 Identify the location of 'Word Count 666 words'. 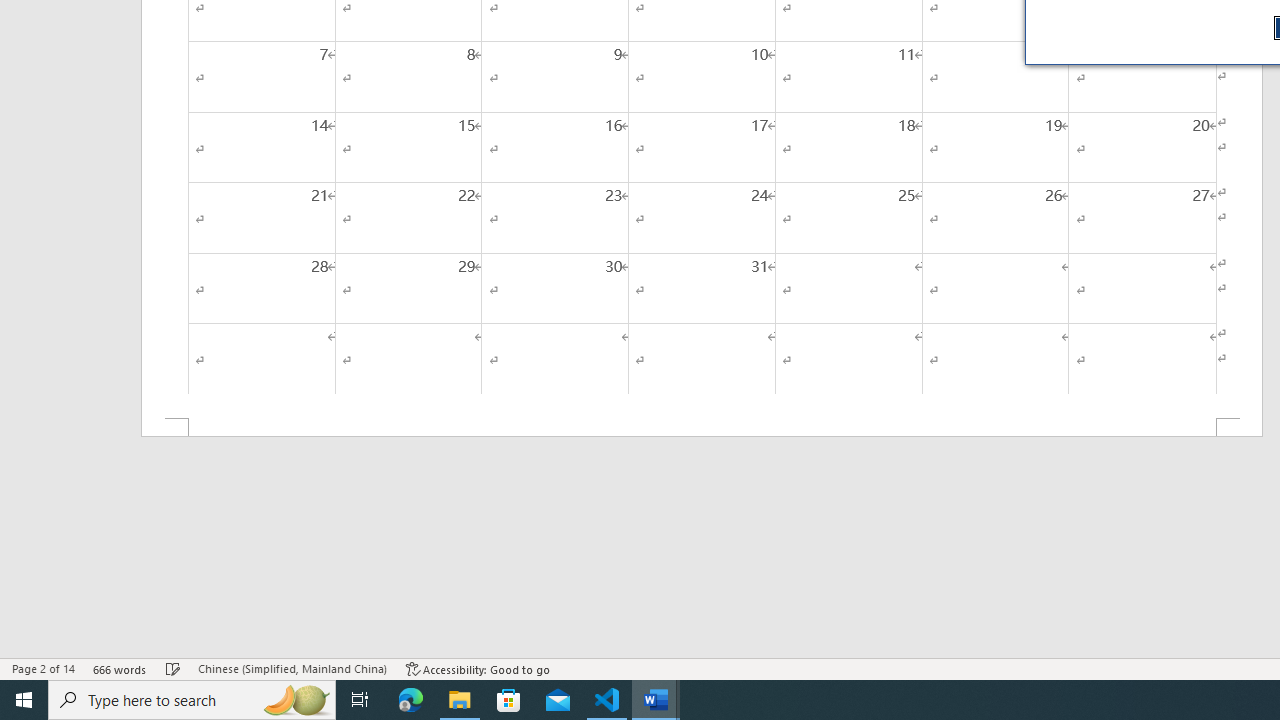
(119, 669).